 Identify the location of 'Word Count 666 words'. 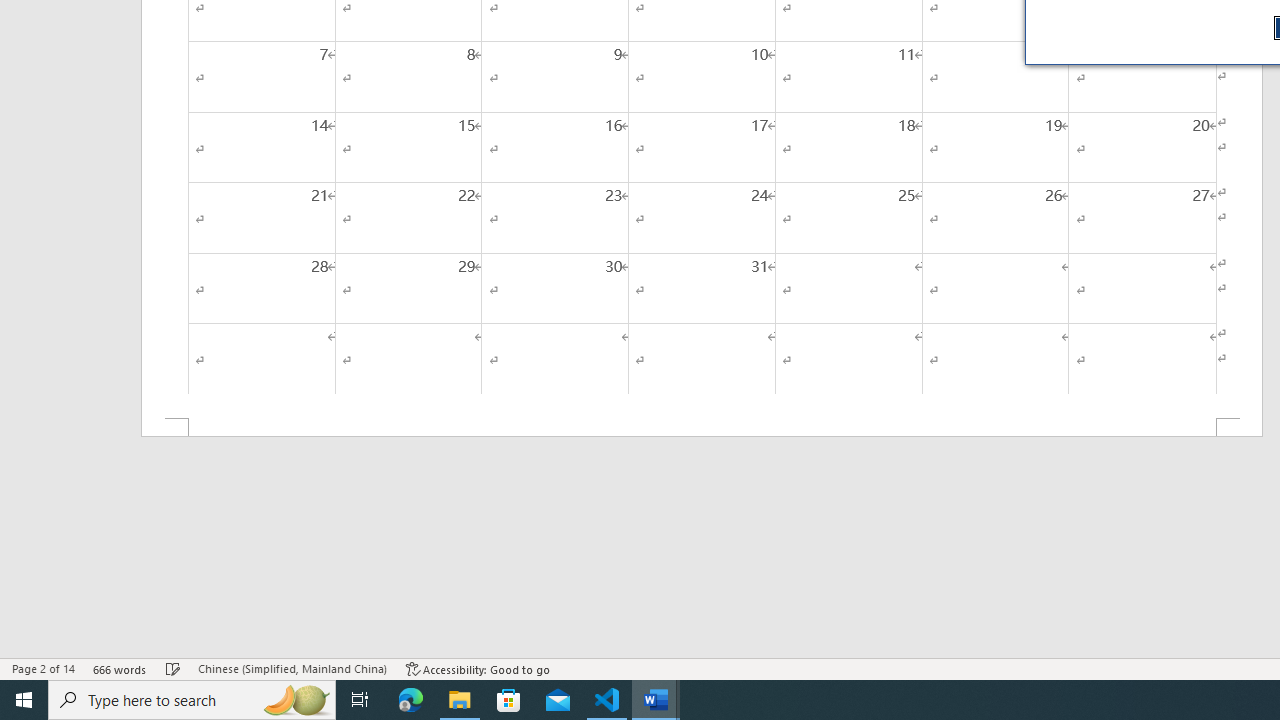
(119, 669).